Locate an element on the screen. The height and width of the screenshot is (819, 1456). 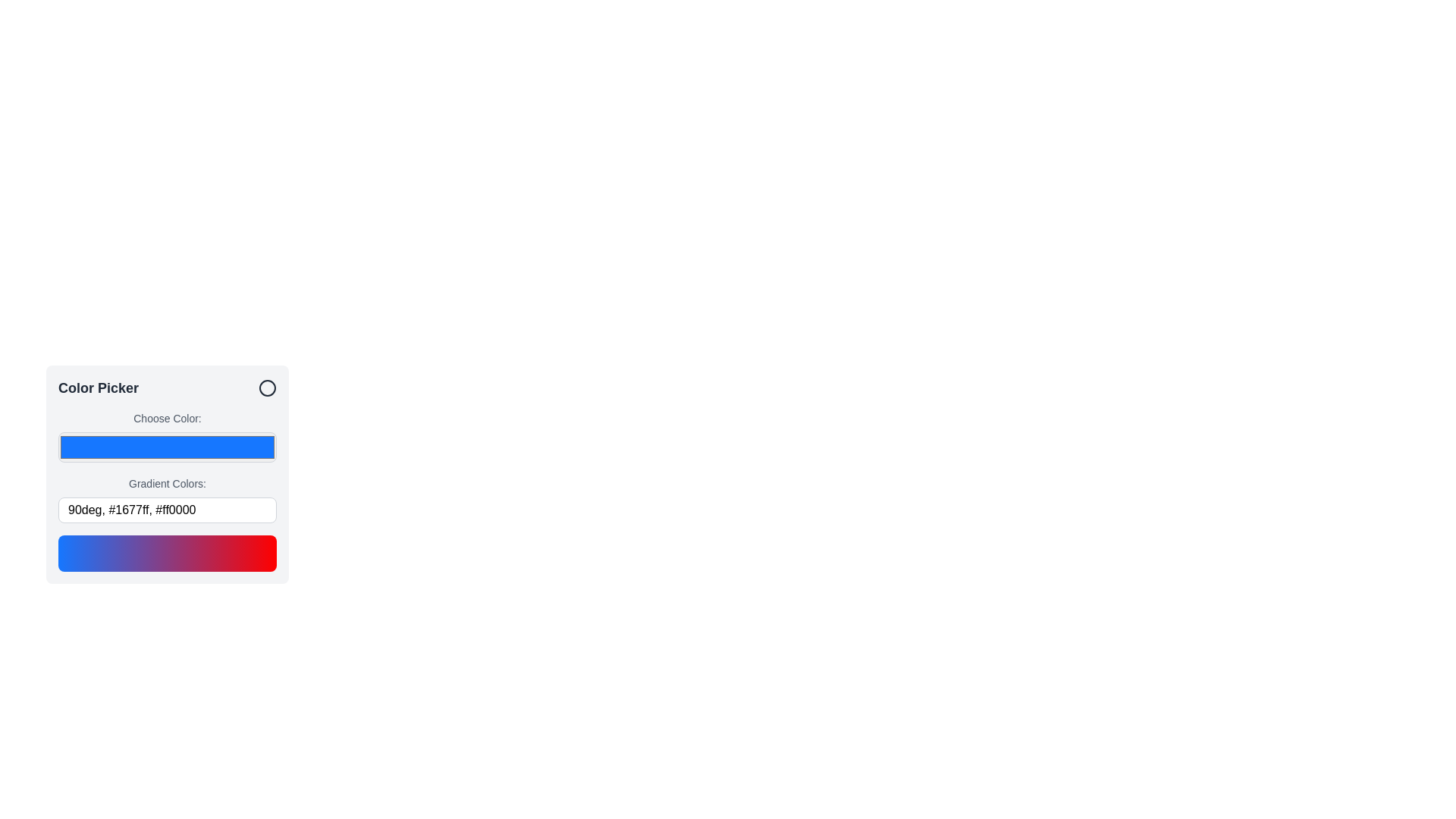
the static text element that reads 'Gradient Colors:' which is styled in gray and located within the 'Color Picker' component, positioned below the 'Choose Color:' label is located at coordinates (167, 483).